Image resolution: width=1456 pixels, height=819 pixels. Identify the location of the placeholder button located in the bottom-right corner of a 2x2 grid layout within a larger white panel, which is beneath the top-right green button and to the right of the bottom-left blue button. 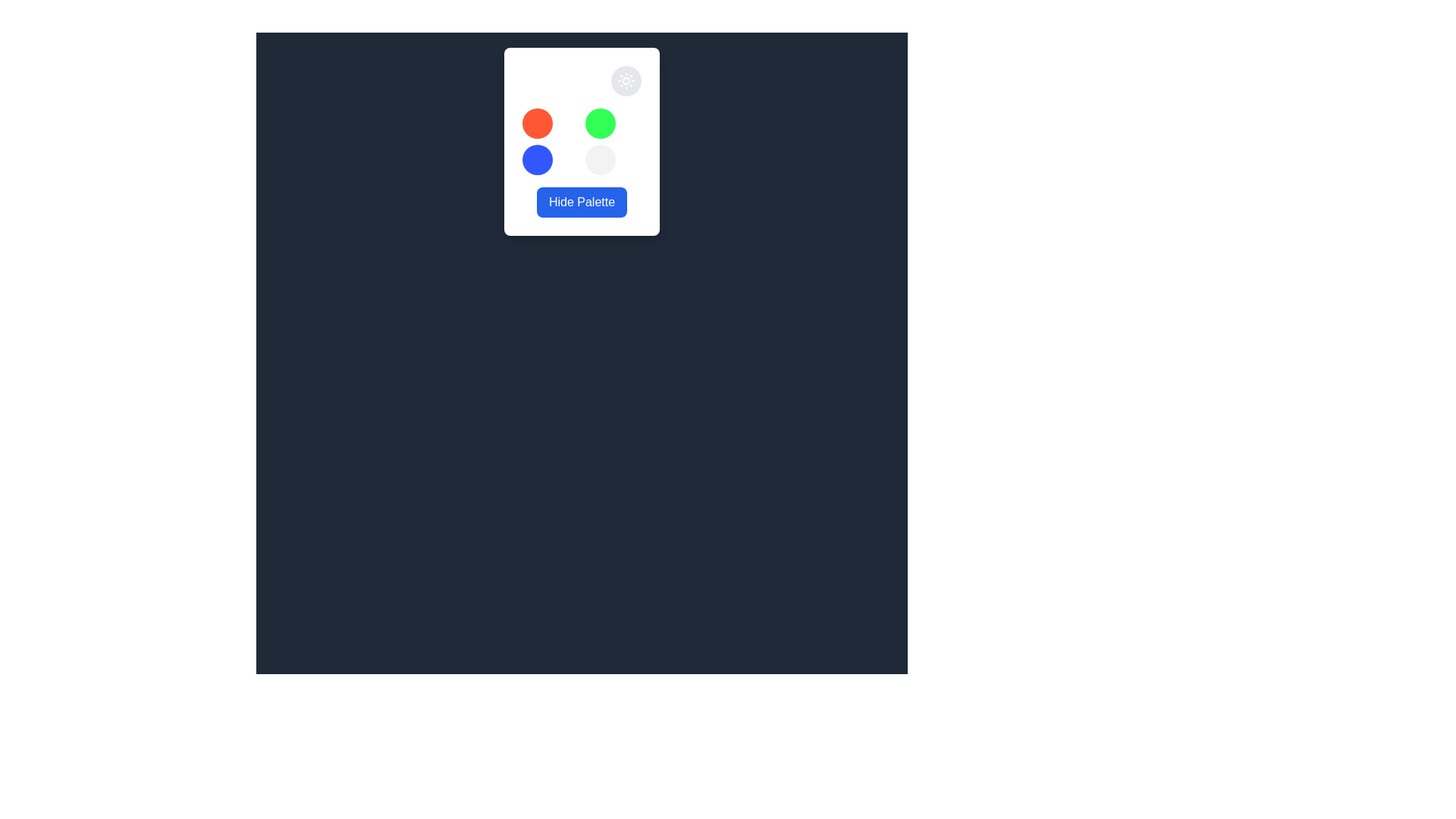
(599, 160).